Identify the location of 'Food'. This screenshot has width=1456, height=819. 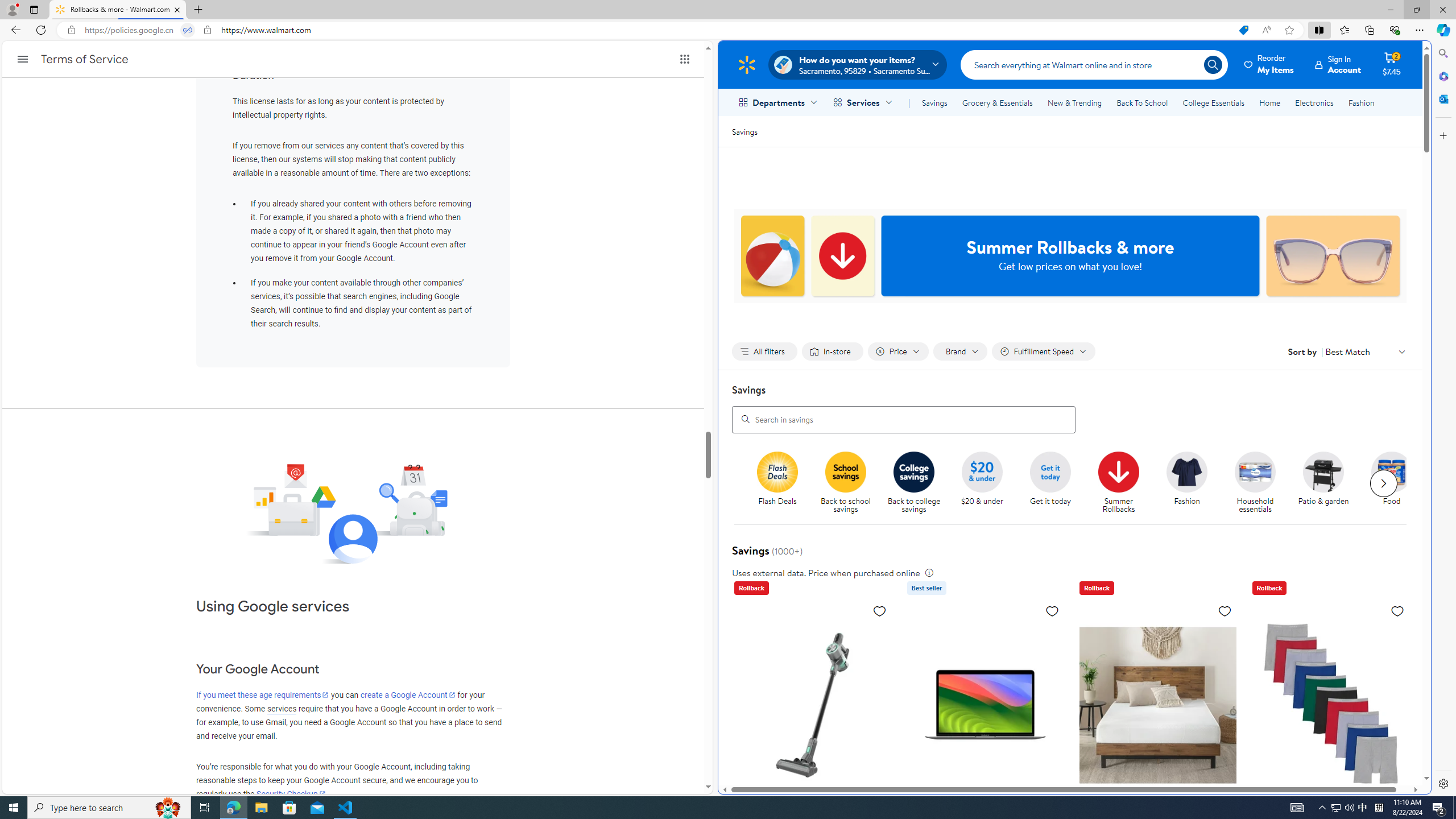
(1391, 471).